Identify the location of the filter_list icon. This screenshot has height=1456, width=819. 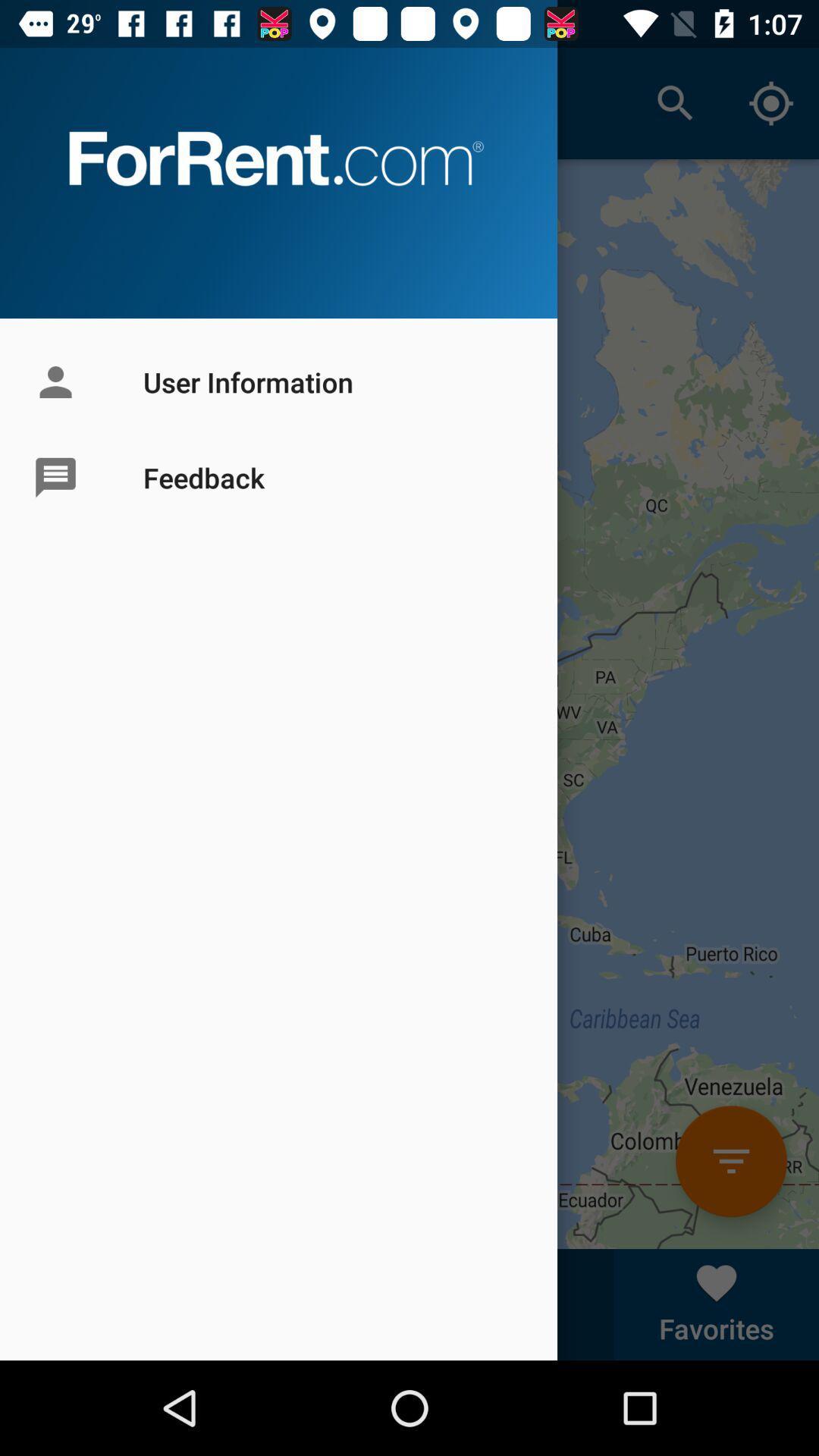
(730, 1160).